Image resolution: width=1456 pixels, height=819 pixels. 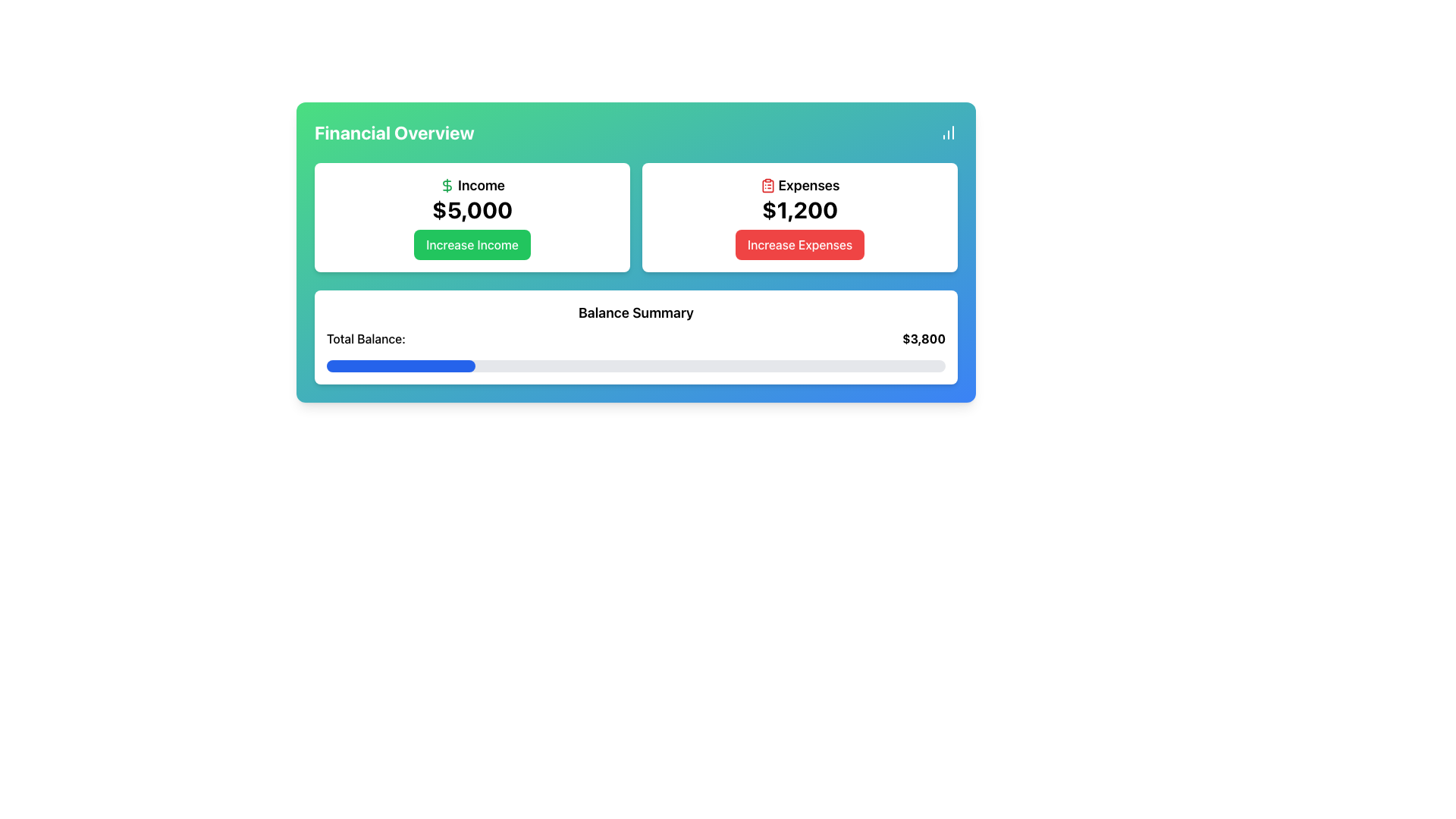 What do you see at coordinates (636, 312) in the screenshot?
I see `the text label 'Balance Summary', which is a bold heading prominently positioned at the top of the financial balance information card` at bounding box center [636, 312].